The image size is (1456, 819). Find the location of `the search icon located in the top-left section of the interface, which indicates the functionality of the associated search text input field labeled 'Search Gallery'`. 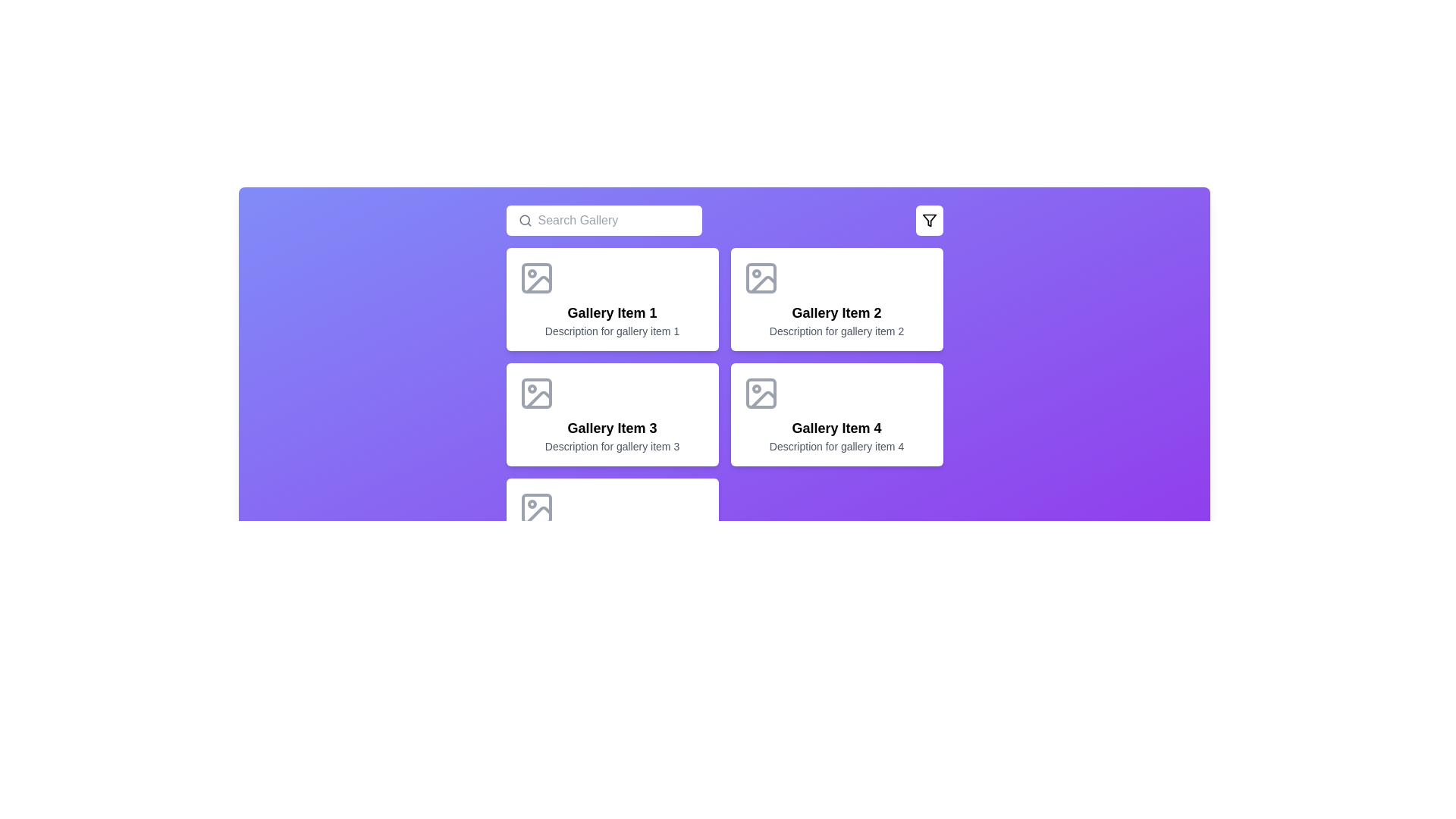

the search icon located in the top-left section of the interface, which indicates the functionality of the associated search text input field labeled 'Search Gallery' is located at coordinates (525, 220).